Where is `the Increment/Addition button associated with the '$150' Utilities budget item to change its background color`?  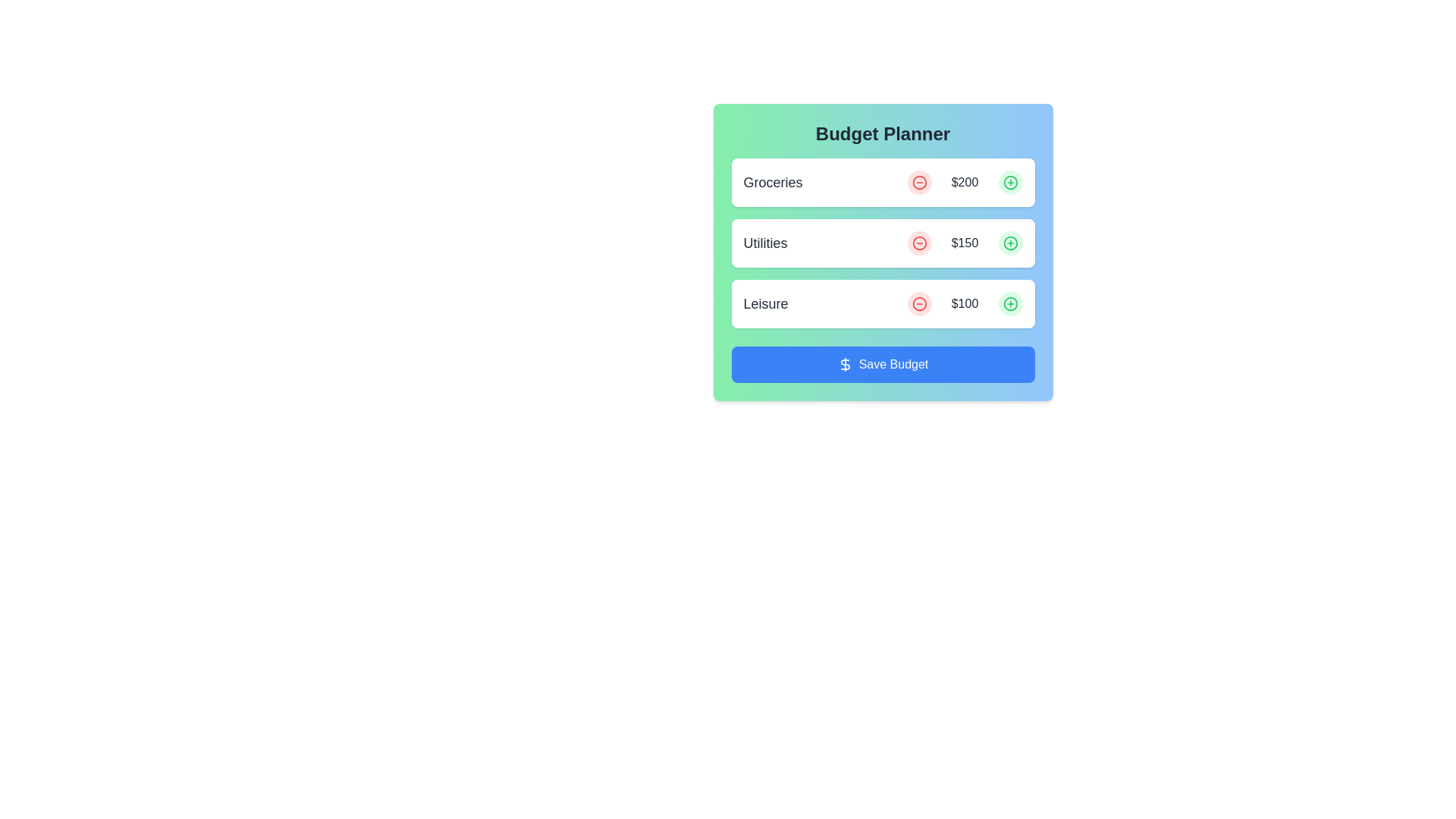
the Increment/Addition button associated with the '$150' Utilities budget item to change its background color is located at coordinates (1010, 242).